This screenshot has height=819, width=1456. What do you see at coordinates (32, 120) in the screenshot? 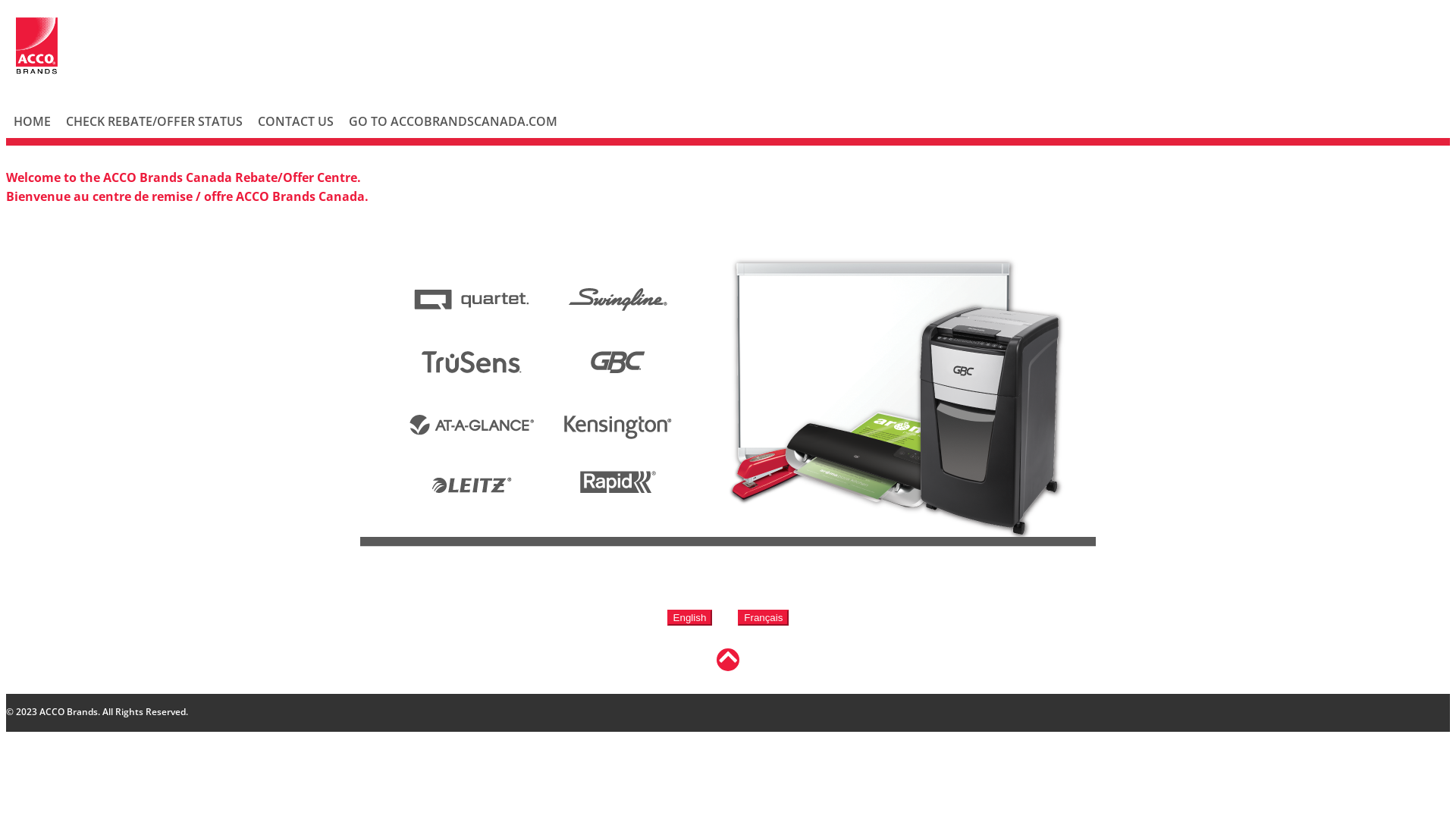
I see `'HOME'` at bounding box center [32, 120].